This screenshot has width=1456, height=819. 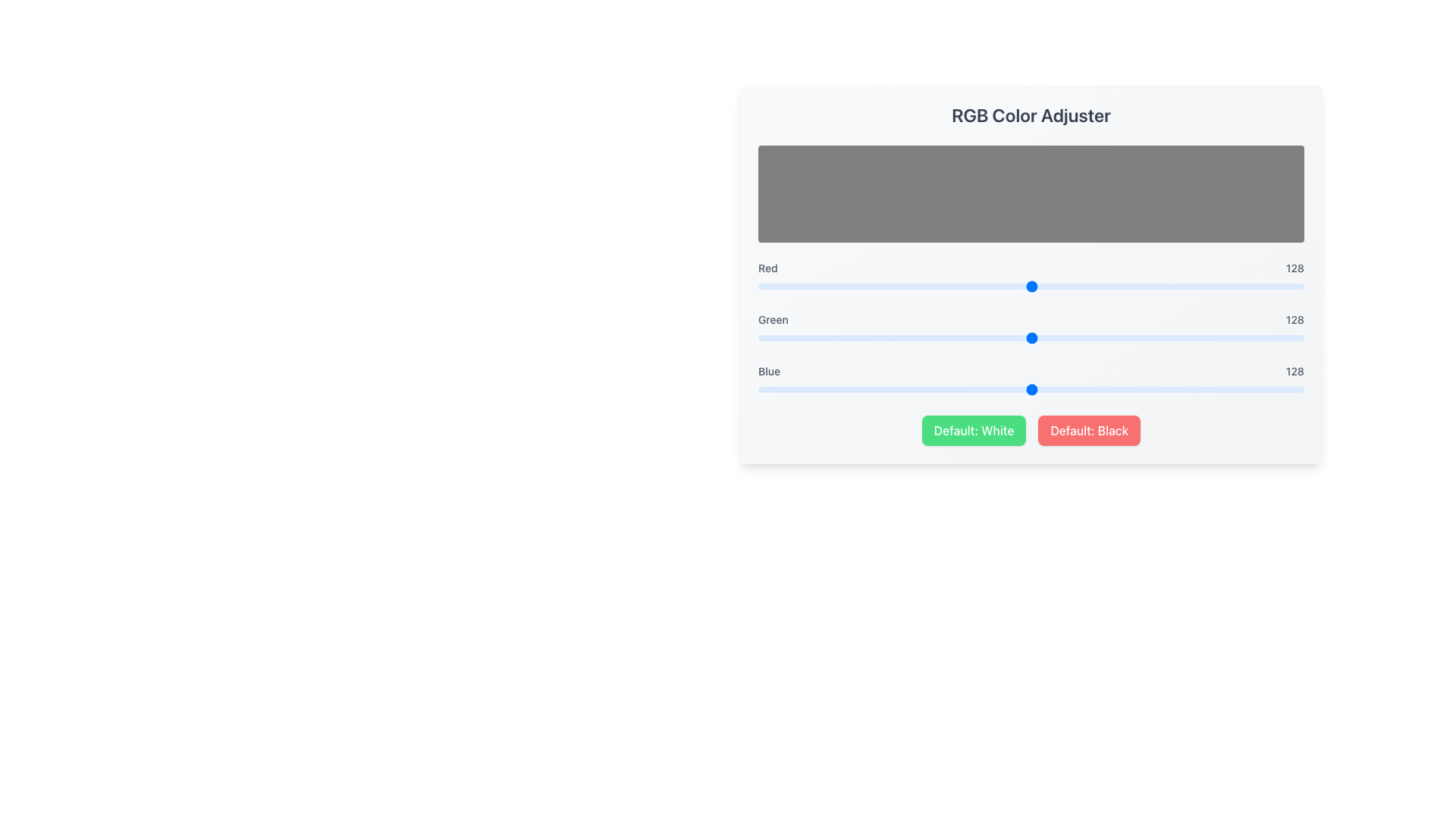 What do you see at coordinates (867, 287) in the screenshot?
I see `the Red value` at bounding box center [867, 287].